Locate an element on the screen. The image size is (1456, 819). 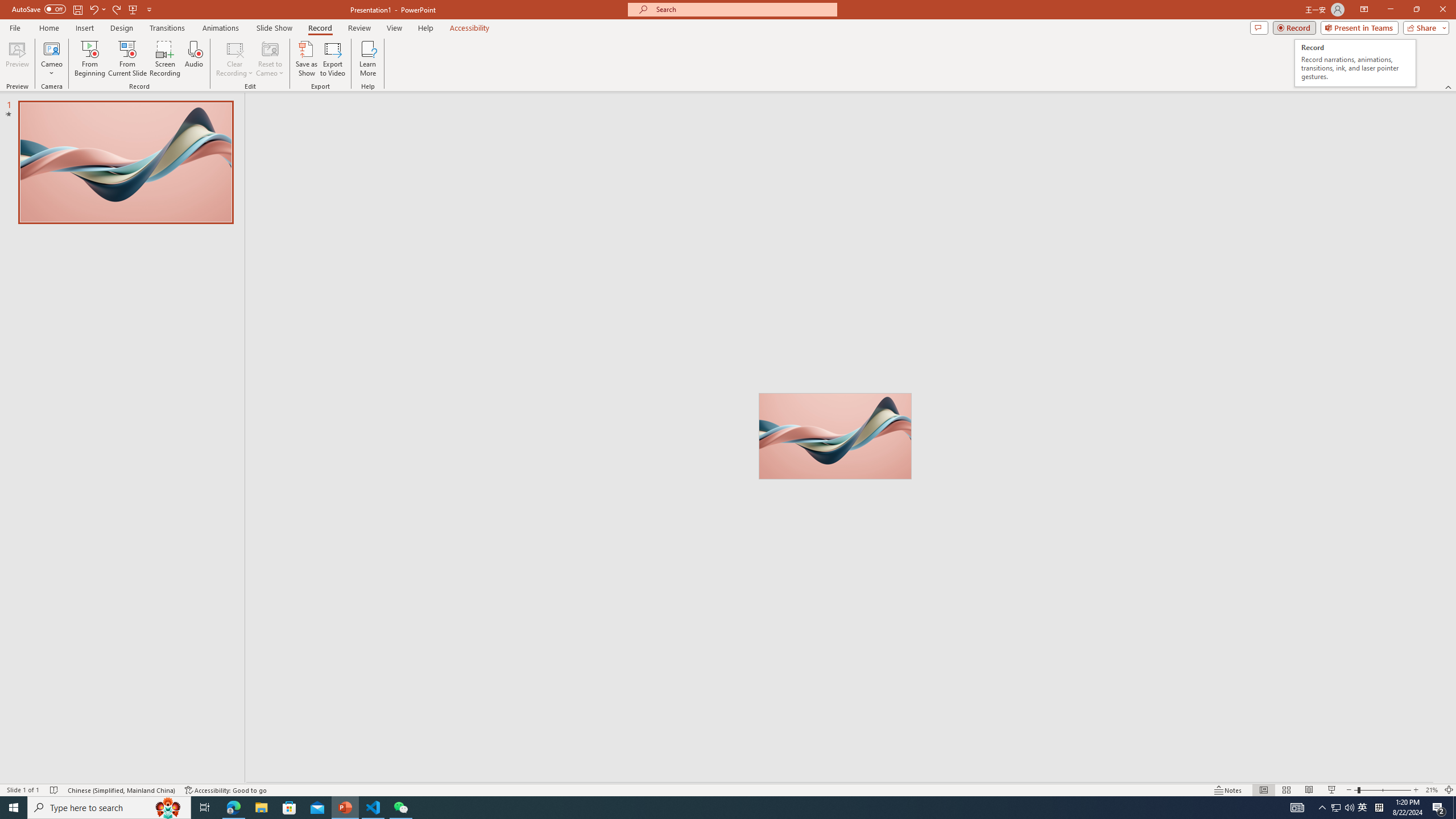
'Wavy 3D art' is located at coordinates (834, 436).